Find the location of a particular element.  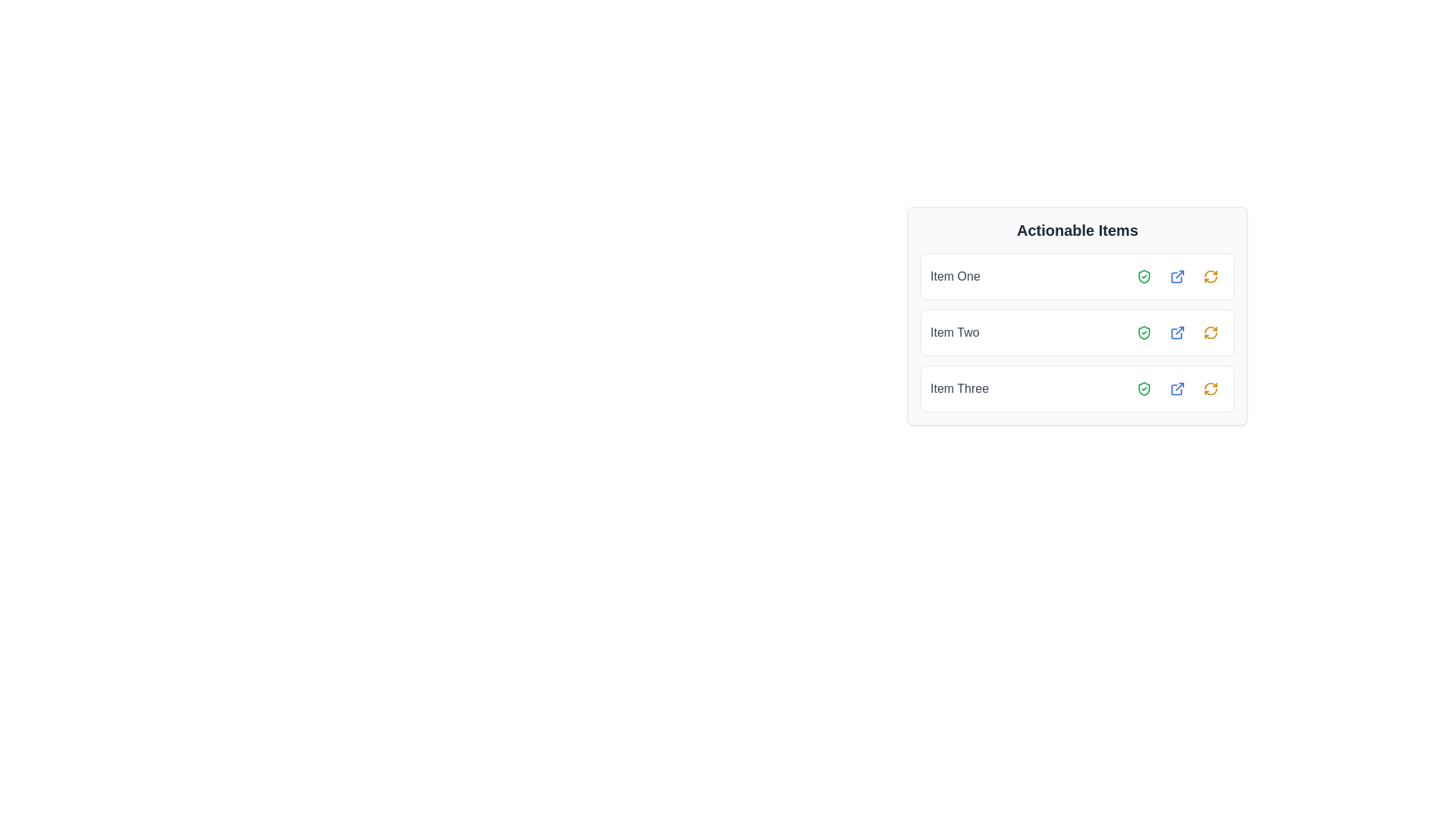

the button-like interactive icon located in the second row of the 'Actionable Items' list, to the right of 'Item Two' is located at coordinates (1177, 332).